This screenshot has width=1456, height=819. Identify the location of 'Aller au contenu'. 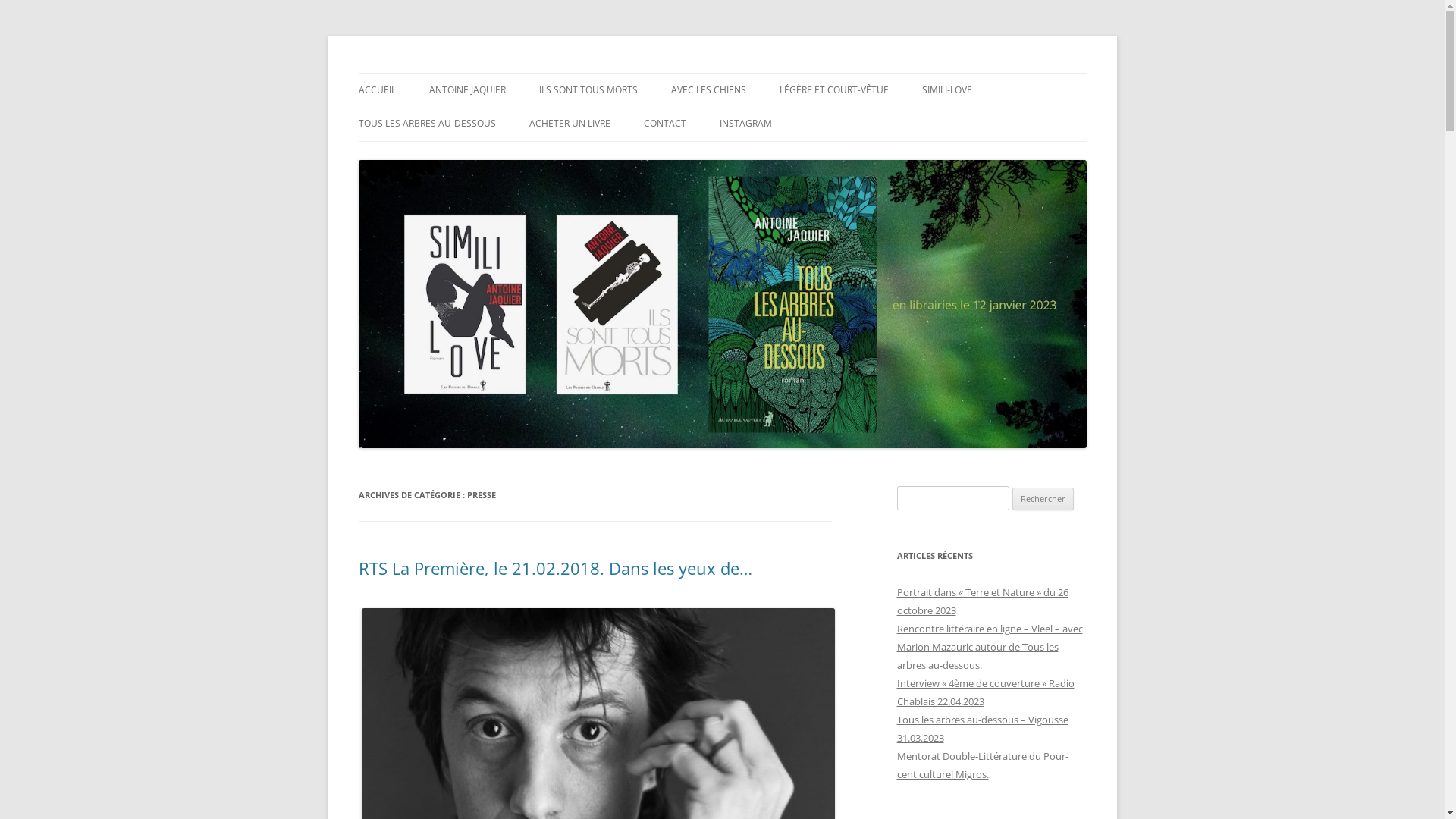
(721, 73).